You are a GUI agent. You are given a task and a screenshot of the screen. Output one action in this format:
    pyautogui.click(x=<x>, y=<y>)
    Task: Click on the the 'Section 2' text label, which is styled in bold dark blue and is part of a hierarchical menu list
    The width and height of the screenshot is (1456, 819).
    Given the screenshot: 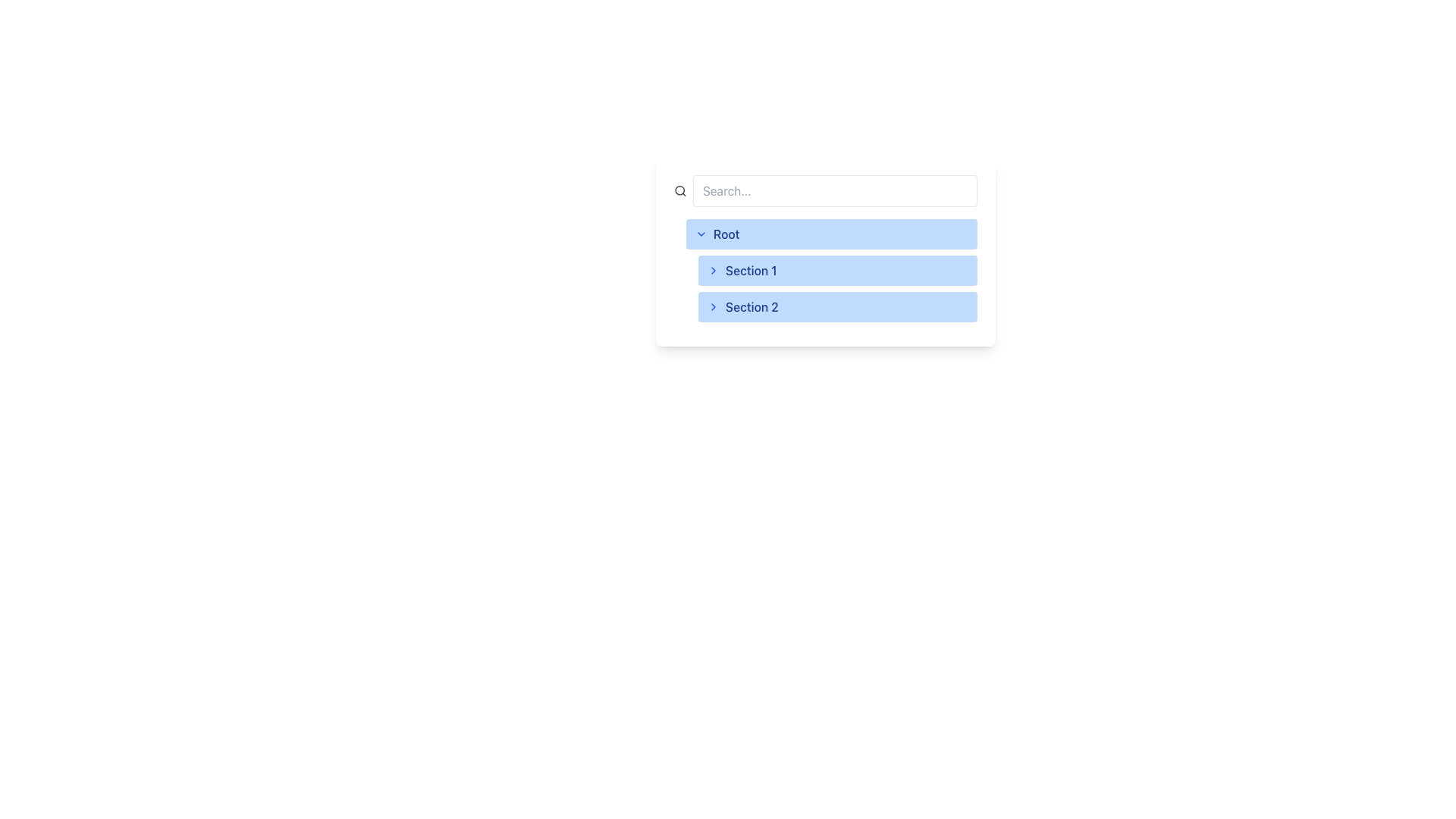 What is the action you would take?
    pyautogui.click(x=752, y=307)
    